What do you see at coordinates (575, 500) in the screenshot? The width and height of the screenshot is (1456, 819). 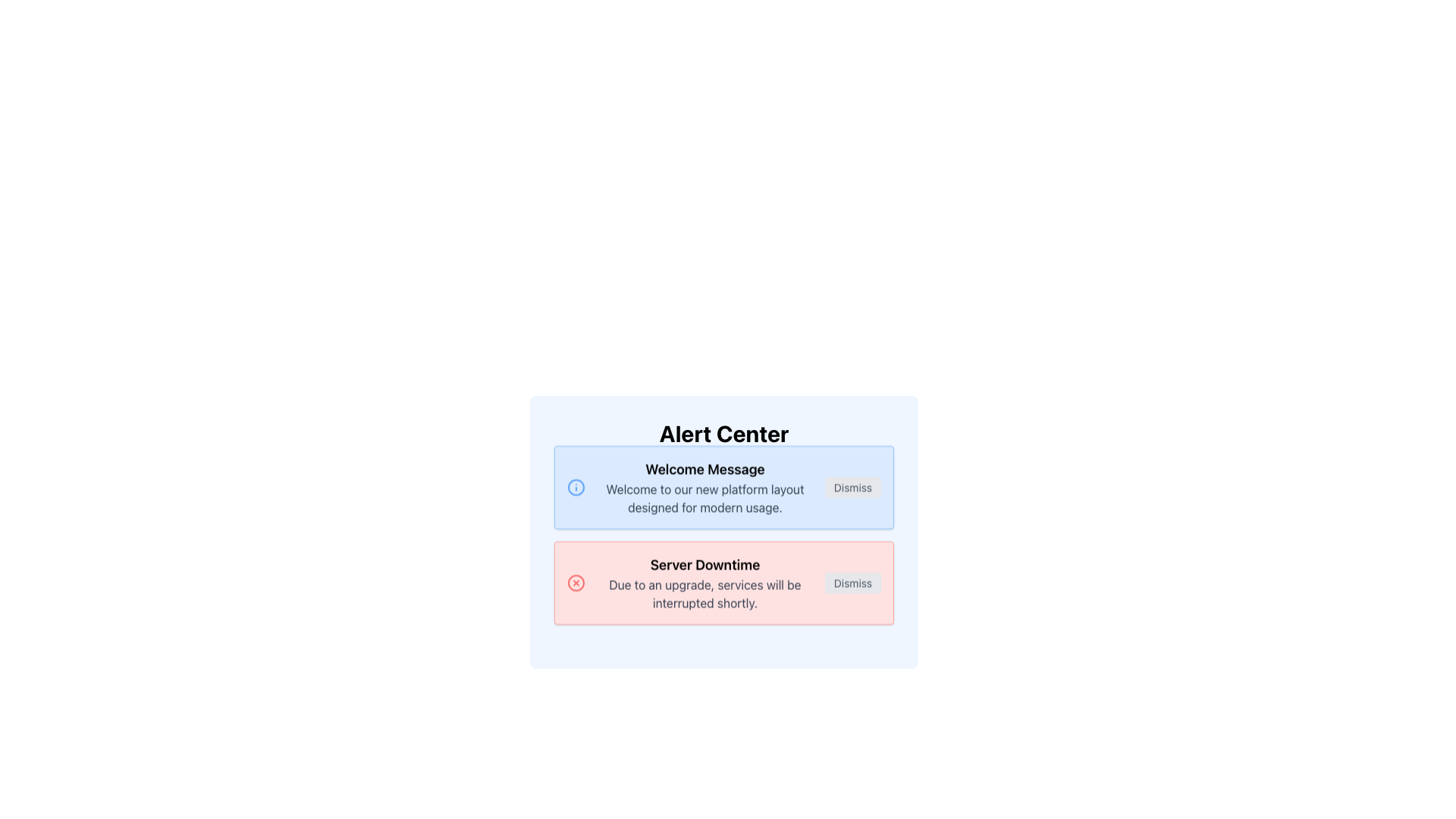 I see `the decorative circular component of the information icon located to the left of the 'Welcome Message' section` at bounding box center [575, 500].